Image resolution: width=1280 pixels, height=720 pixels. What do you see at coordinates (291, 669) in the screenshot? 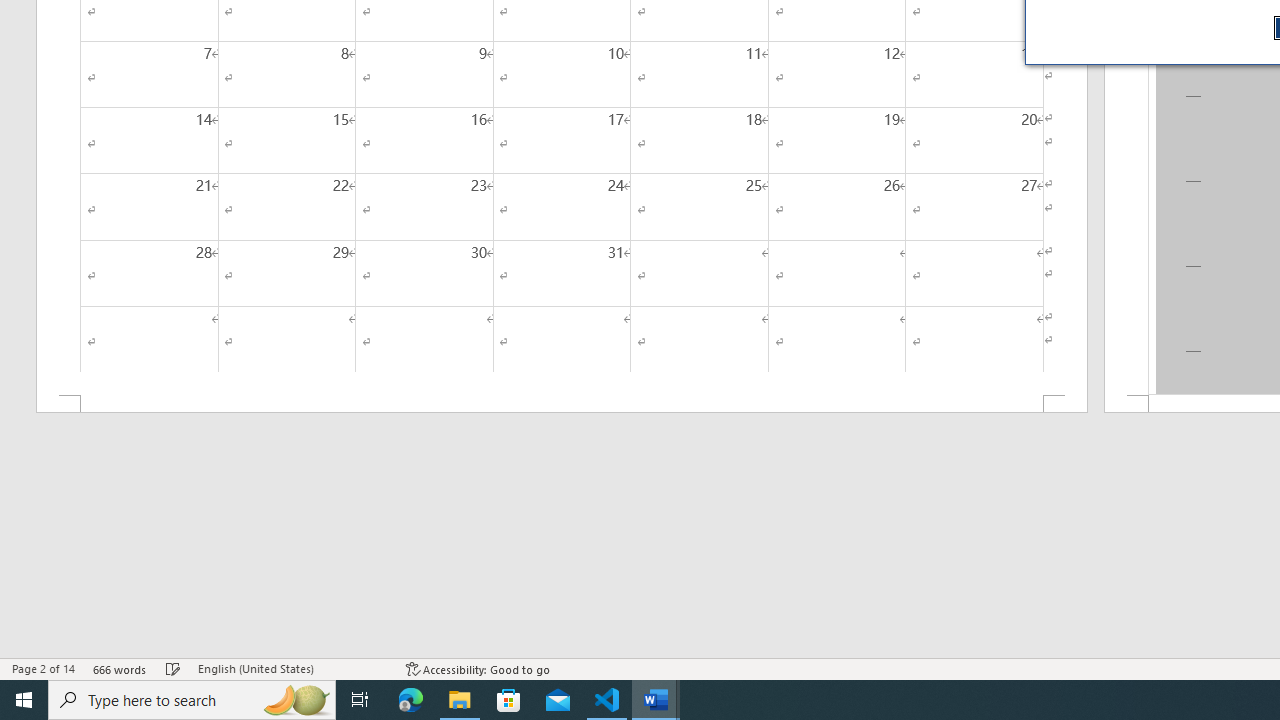
I see `'Language English (United States)'` at bounding box center [291, 669].